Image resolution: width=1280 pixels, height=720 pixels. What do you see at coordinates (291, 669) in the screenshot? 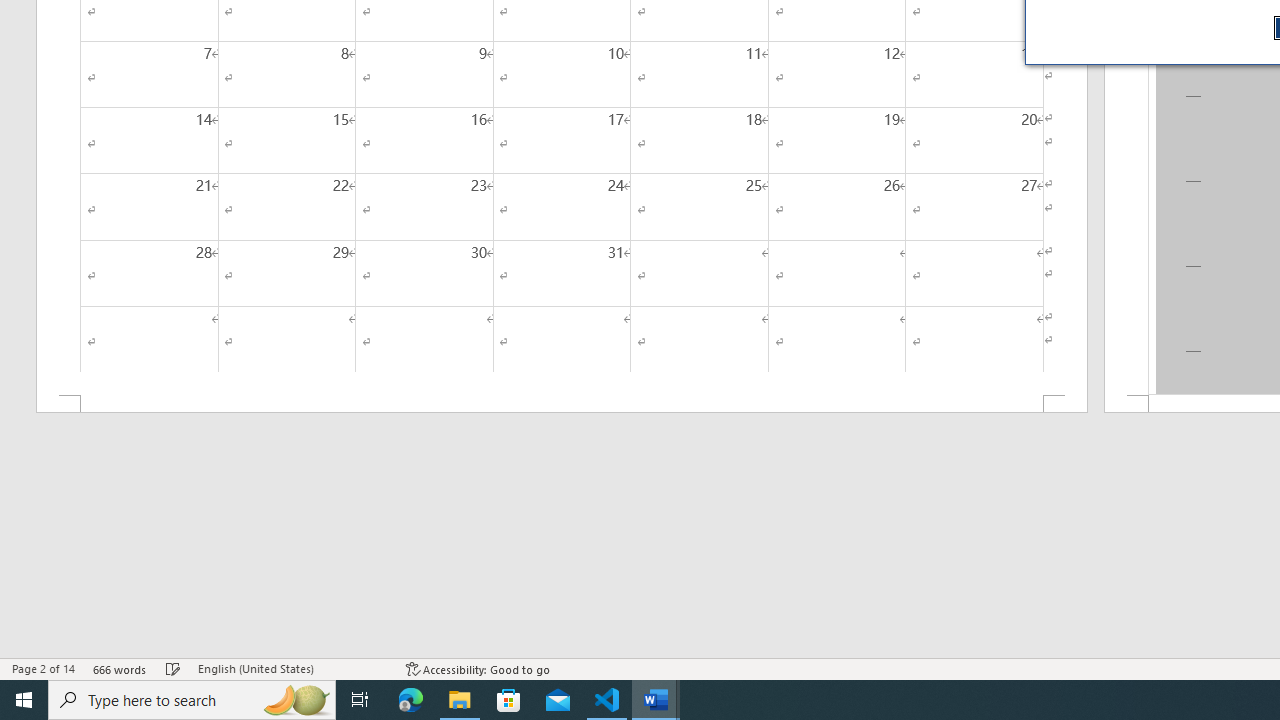
I see `'Language English (United States)'` at bounding box center [291, 669].